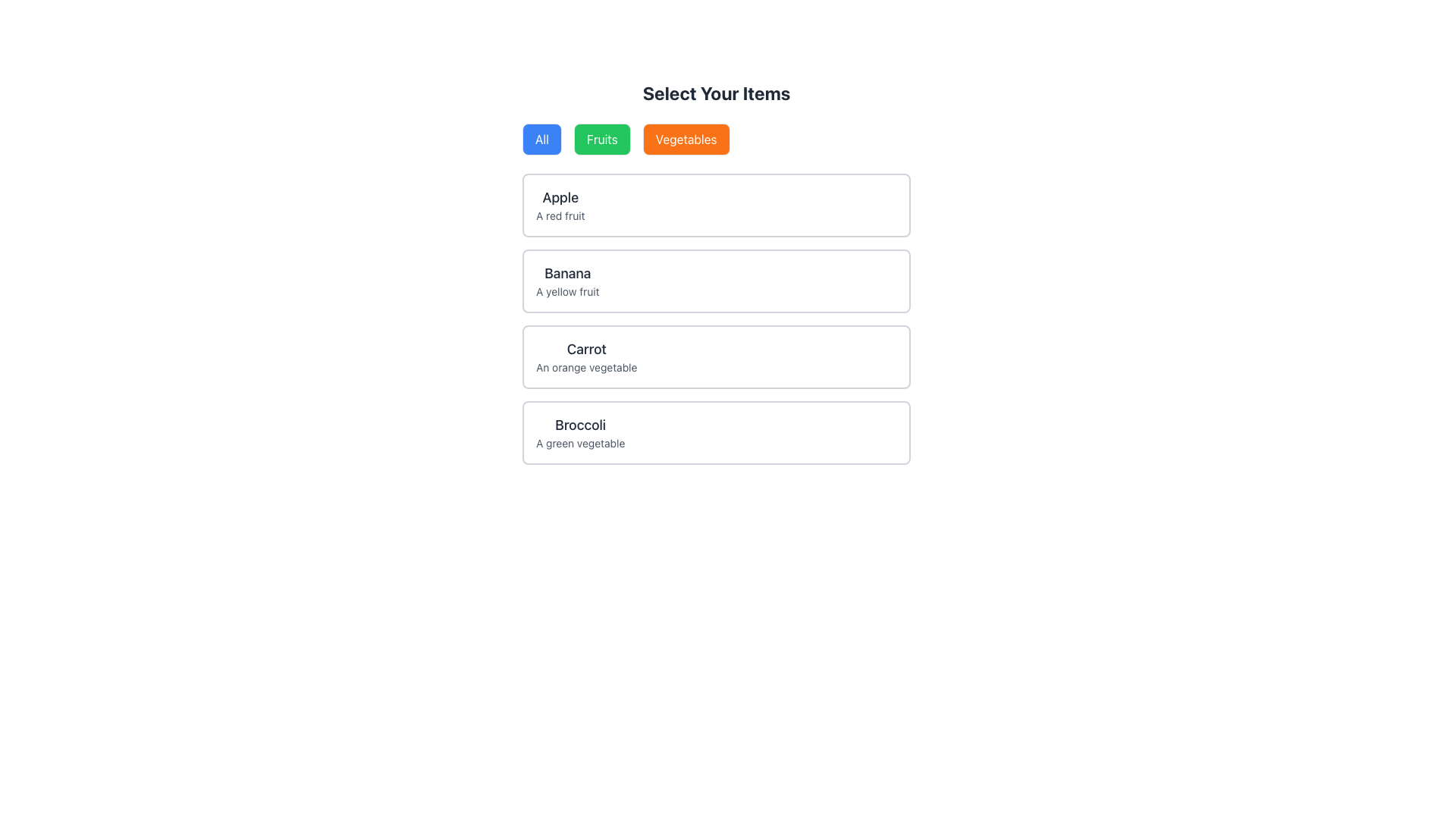 The image size is (1456, 819). I want to click on the text label displaying 'Carrot', which is the top text within the third item of a vertical list, above the description 'An orange vegetable', so click(585, 350).